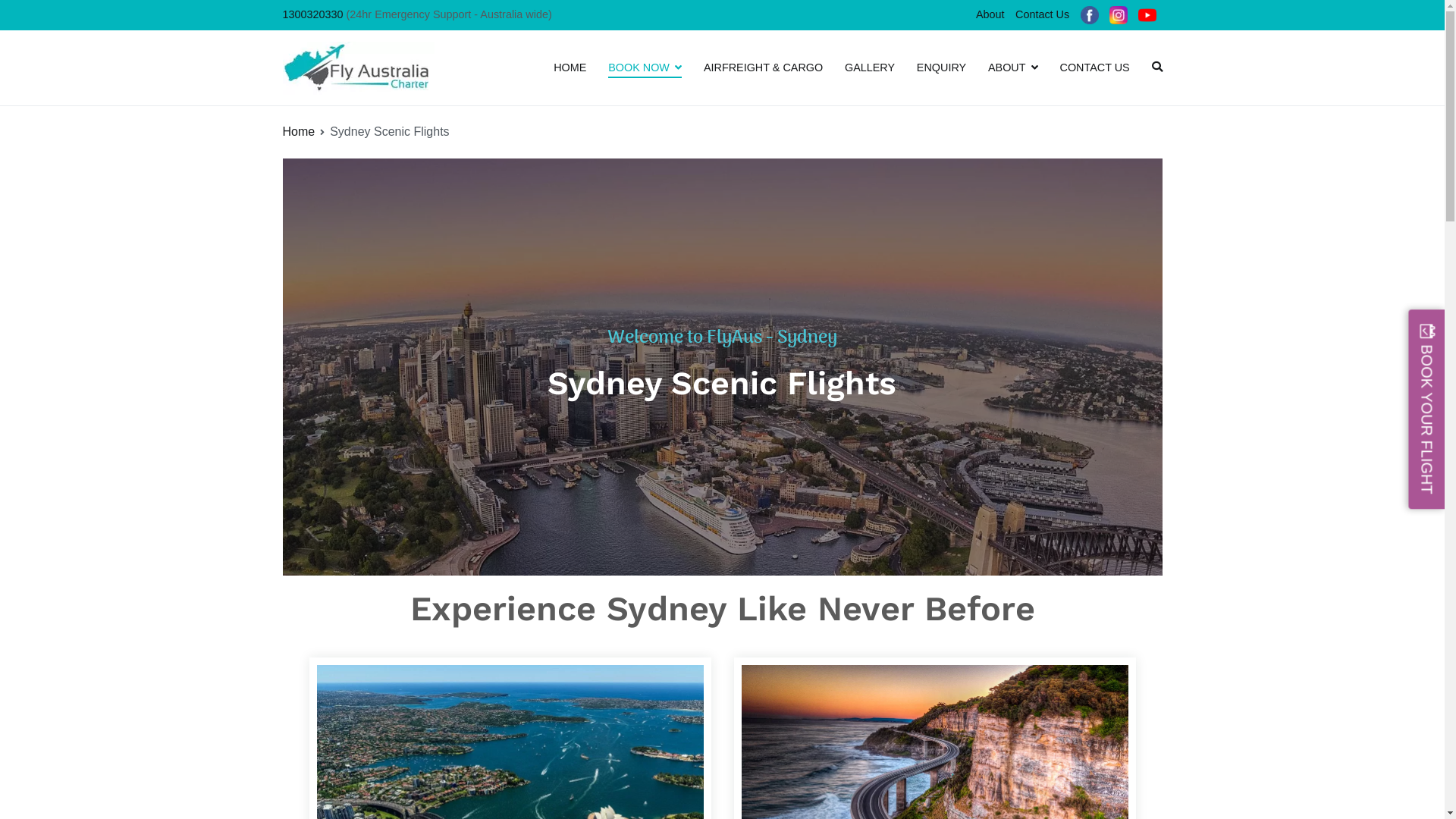 The width and height of the screenshot is (1456, 819). Describe the element at coordinates (763, 67) in the screenshot. I see `'AIRFREIGHT & CARGO'` at that location.